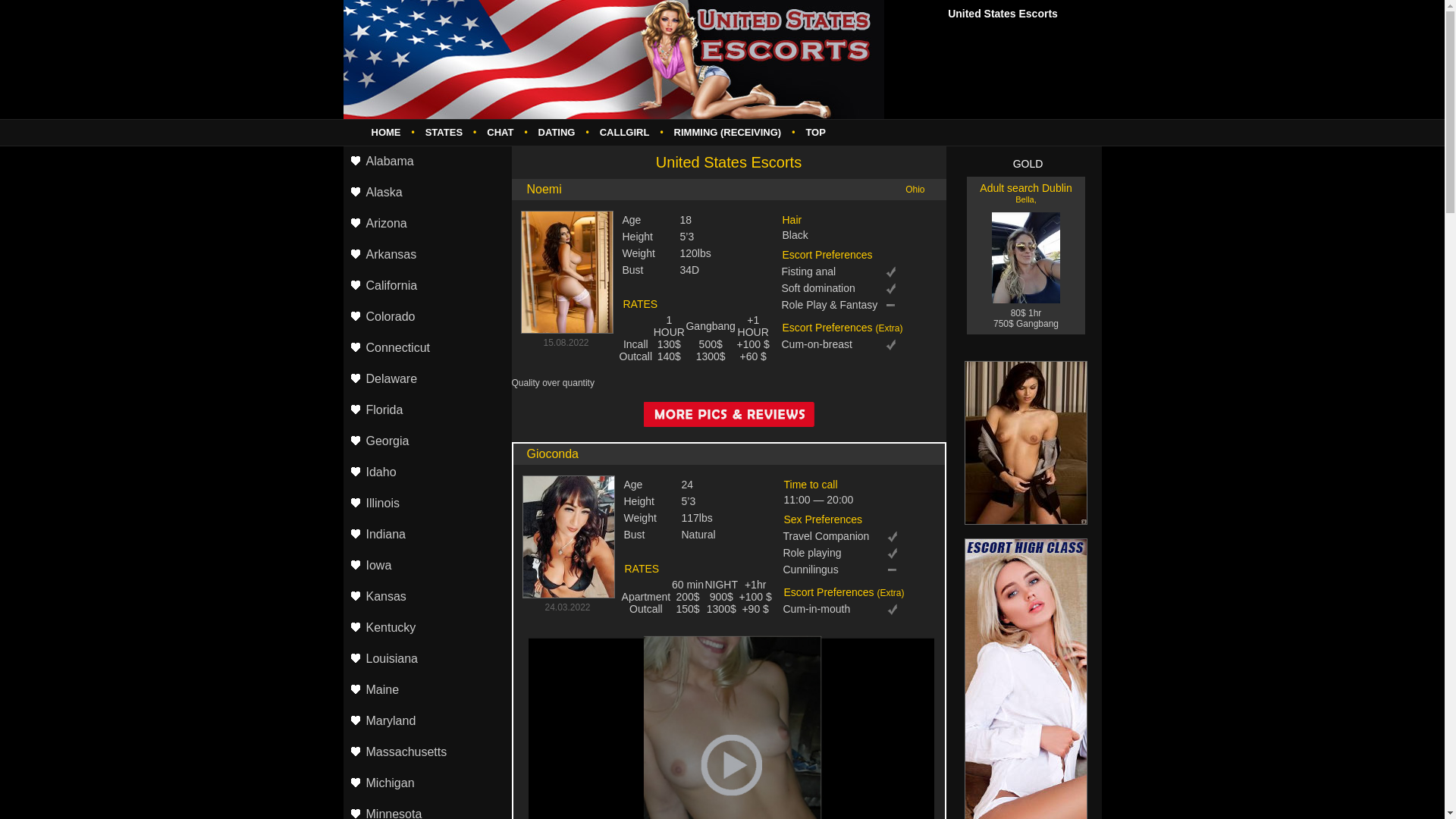  What do you see at coordinates (666, 131) in the screenshot?
I see `'RIMMING (RECEIVING)'` at bounding box center [666, 131].